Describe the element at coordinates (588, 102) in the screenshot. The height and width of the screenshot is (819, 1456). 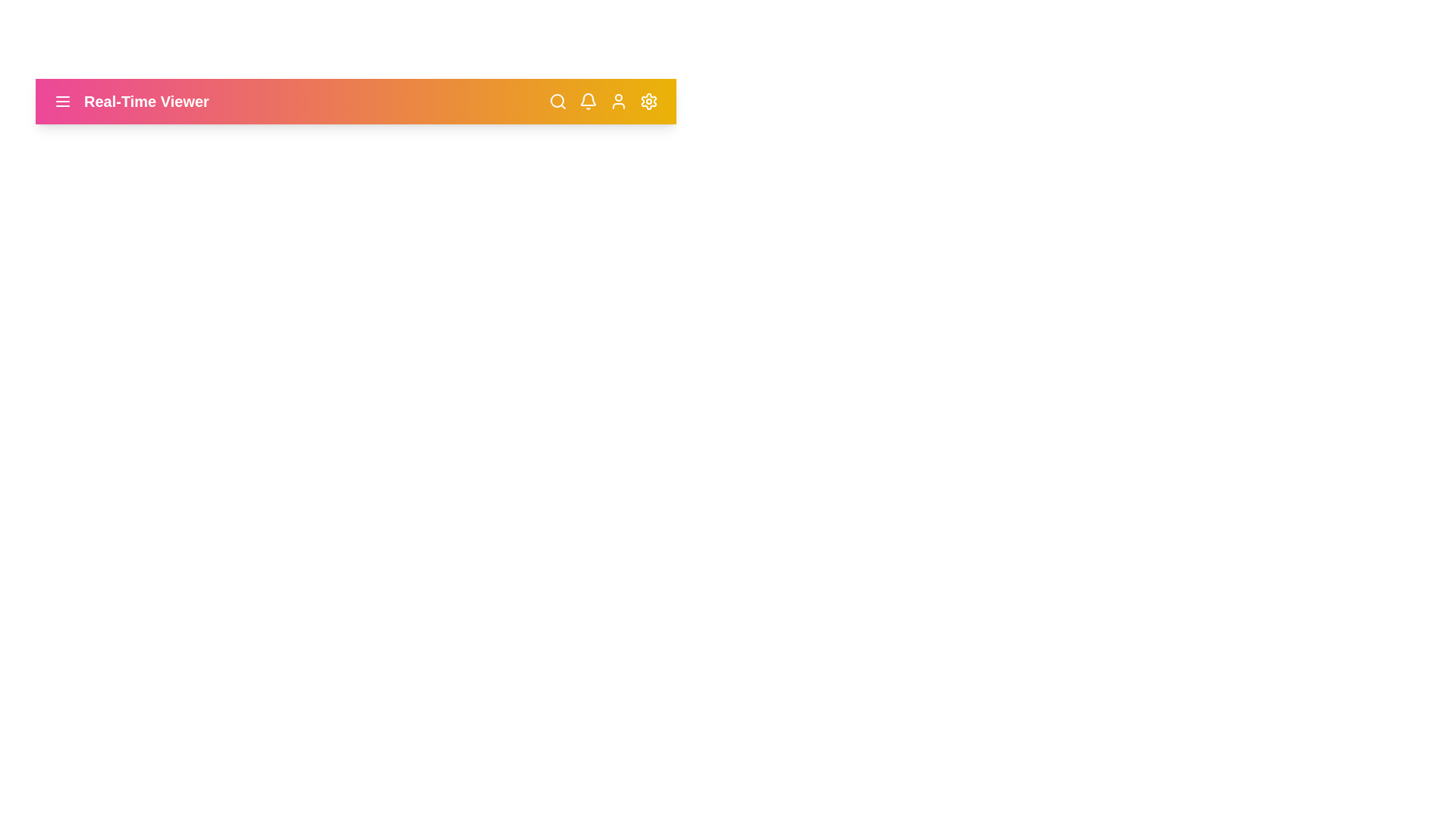
I see `the bell icon to view notifications` at that location.